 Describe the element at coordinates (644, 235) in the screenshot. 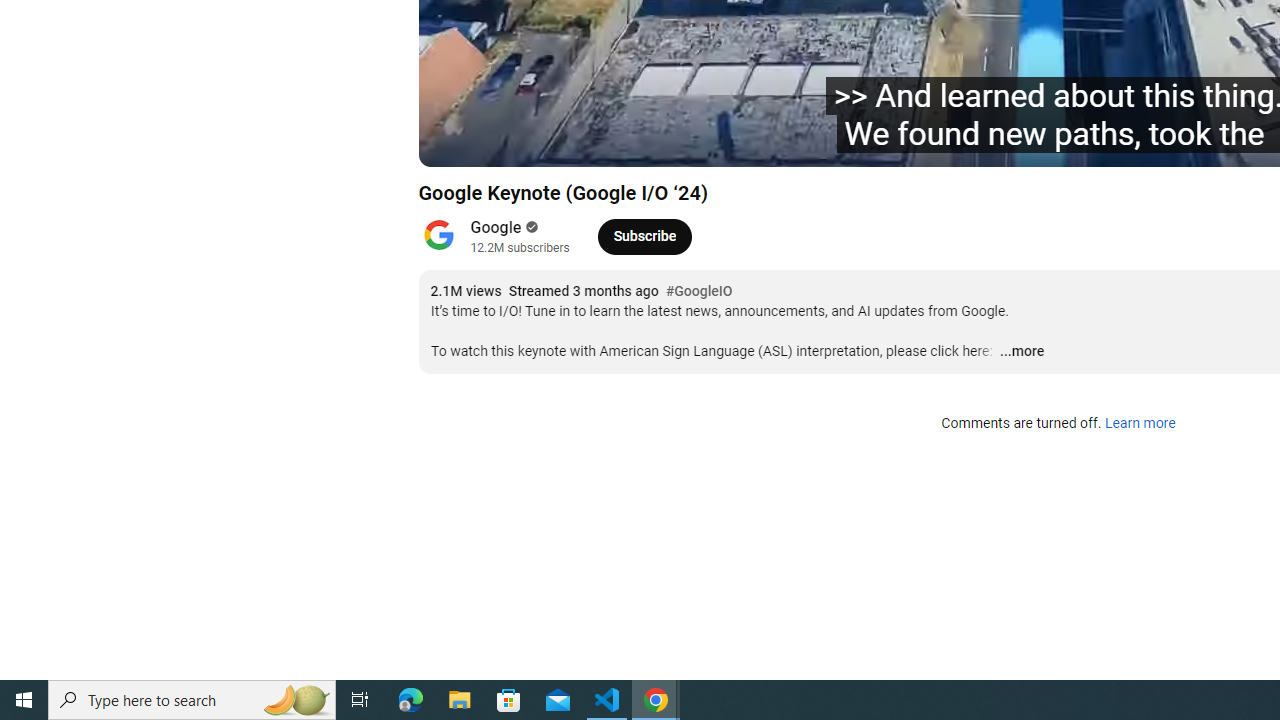

I see `'Subscribe to Google.'` at that location.